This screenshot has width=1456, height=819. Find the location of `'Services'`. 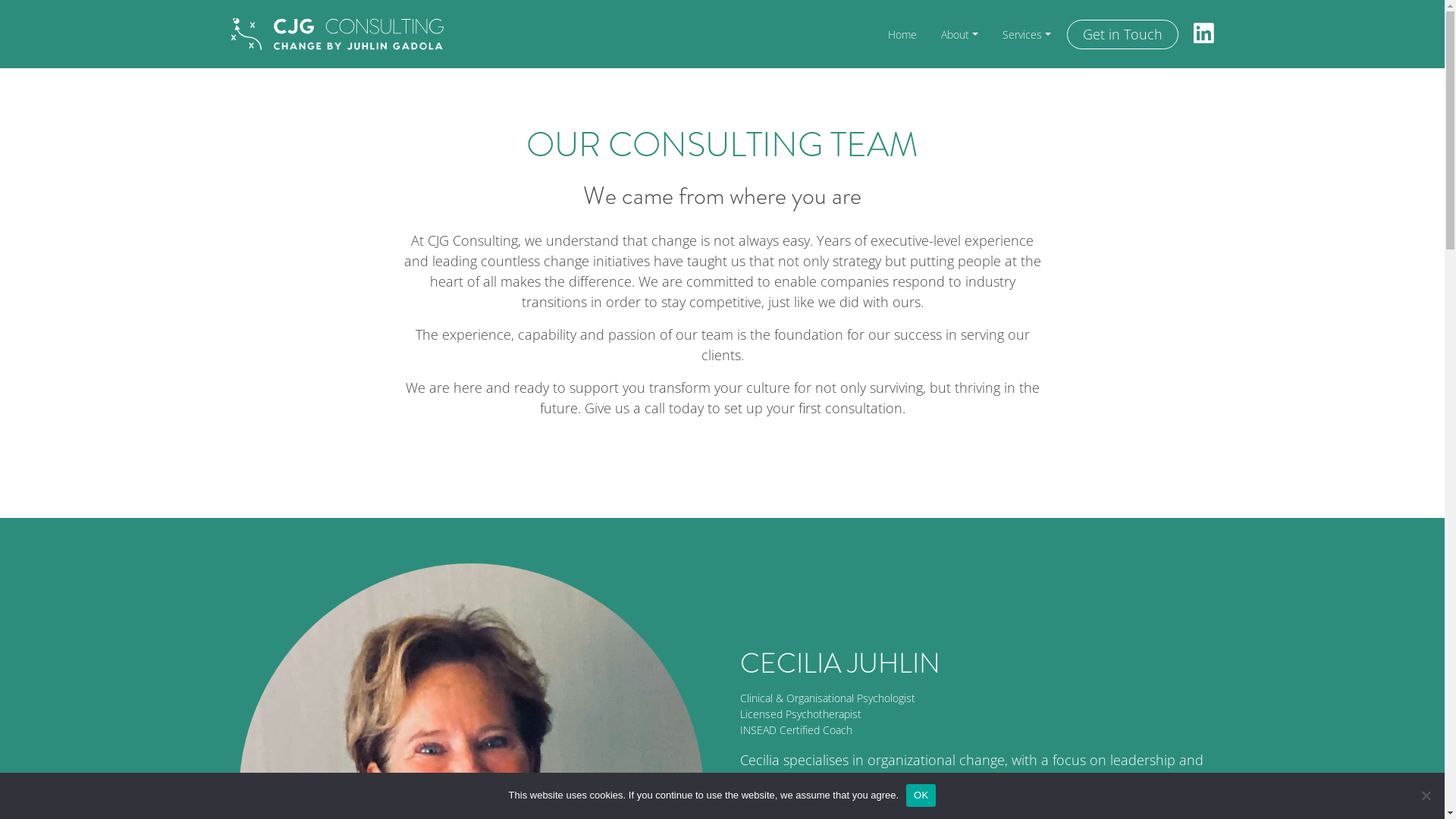

'Services' is located at coordinates (1026, 34).